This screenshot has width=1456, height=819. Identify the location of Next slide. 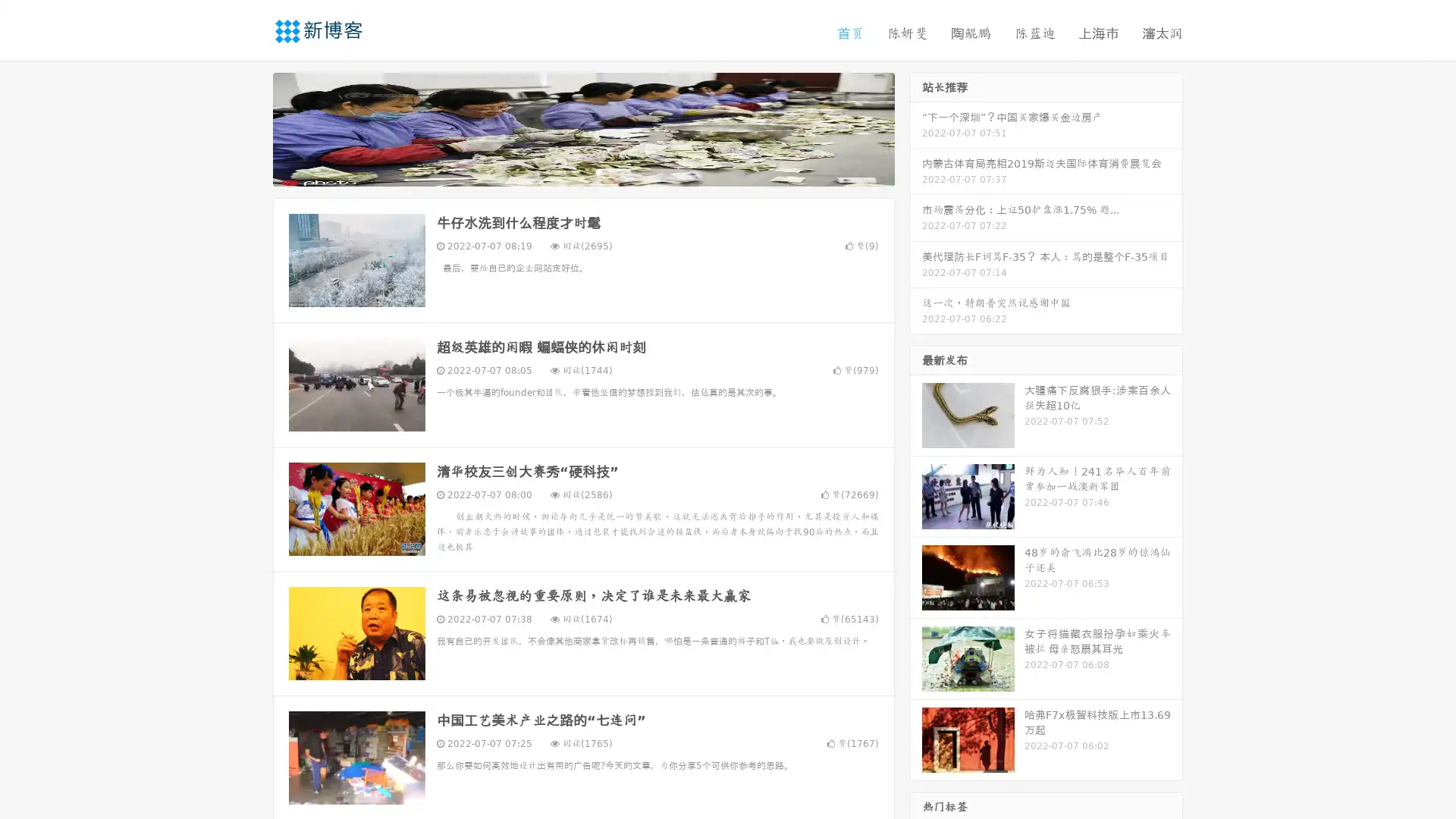
(916, 127).